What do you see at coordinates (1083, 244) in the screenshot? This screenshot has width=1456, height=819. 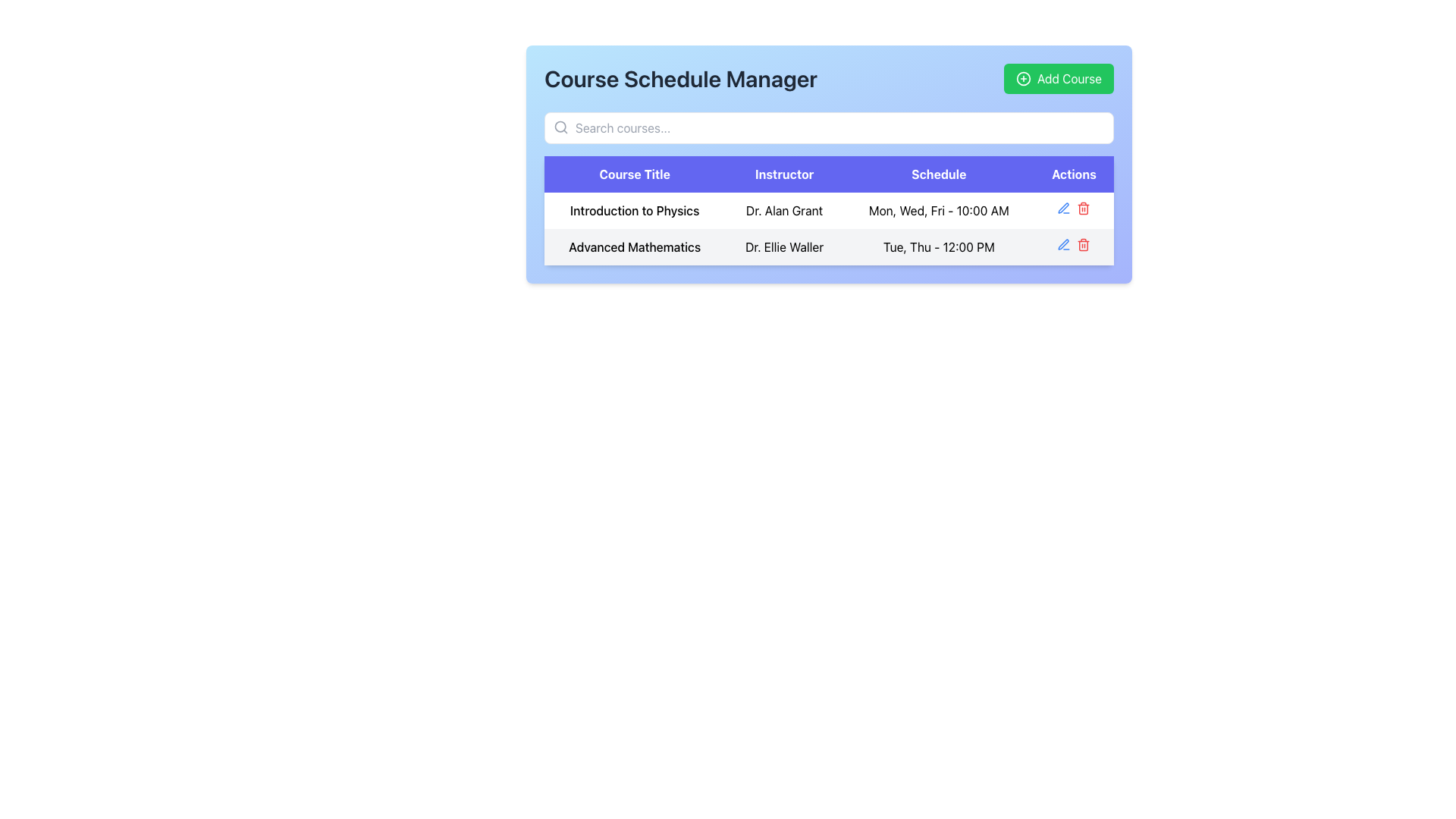 I see `the delete button located in the second row of the table under the 'Actions' column` at bounding box center [1083, 244].